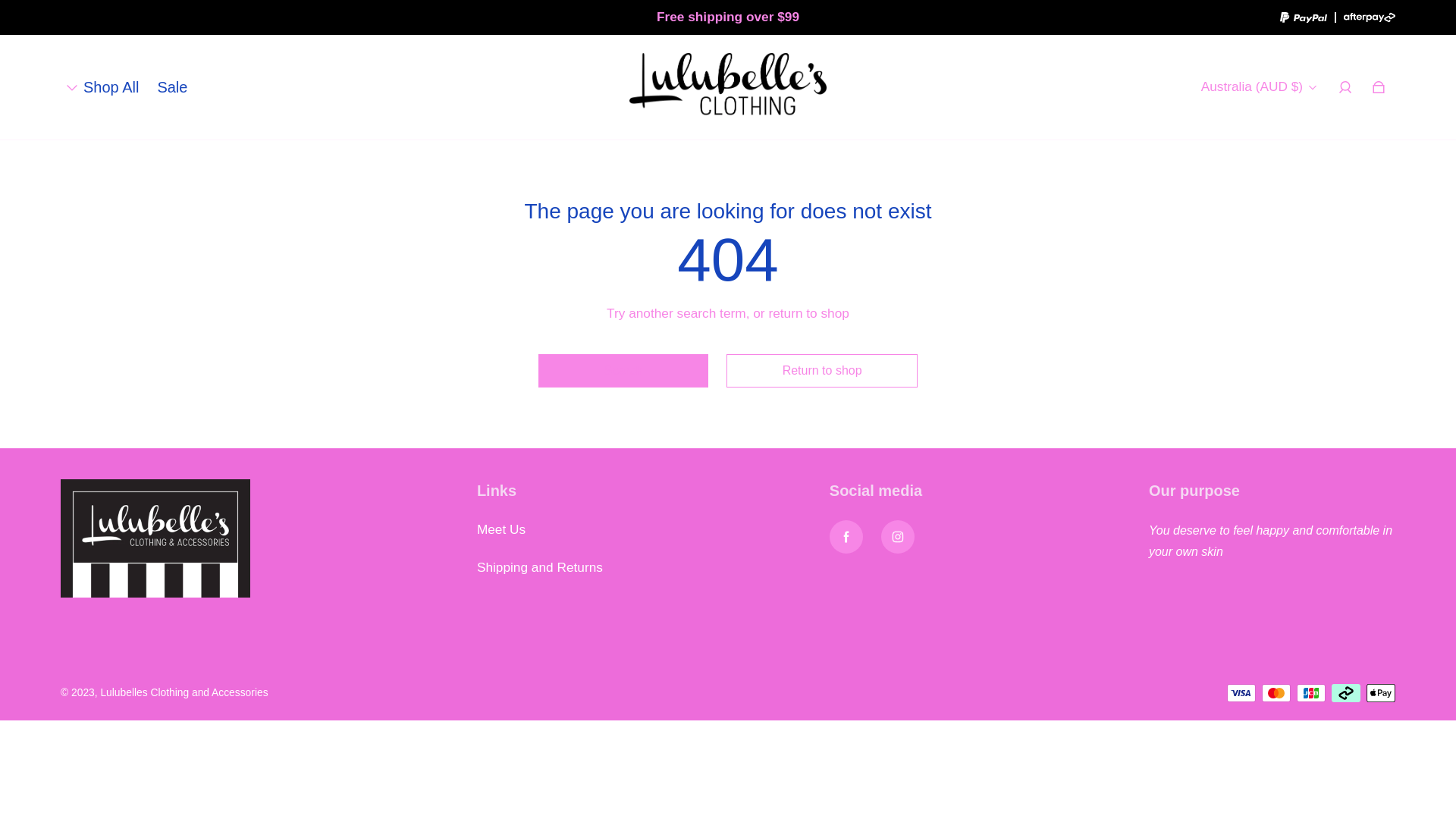  Describe the element at coordinates (171, 87) in the screenshot. I see `'Sale'` at that location.